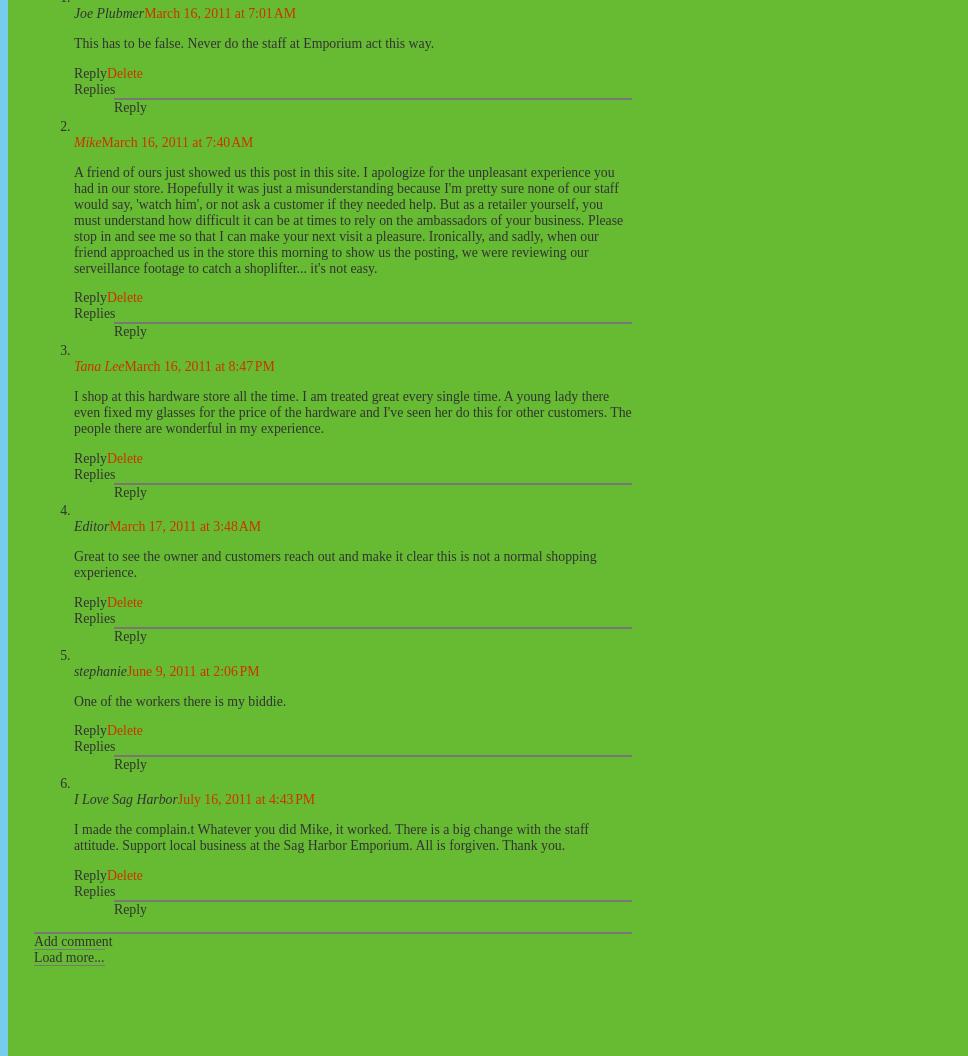  I want to click on 'A friend of ours just showed us this post in this site. I apologize for the unpleasant experience you had in our store. Hopefully it was just a misunderstanding because I'm pretty sure none of our staff would say, 'watch him', or not ask a customer if they needed help. But as a retailer yourself, you must understand how difficult it can be at times to rely on the ambassadors of your business. Please stop in and see me so that I can make your next visit a pleasure. Ironically, and sadly, when our friend approached us in the store this morning to show us the posting, we were reviewing our serveillance footage to catch a shoplifter... it's not easy.', so click(348, 218).